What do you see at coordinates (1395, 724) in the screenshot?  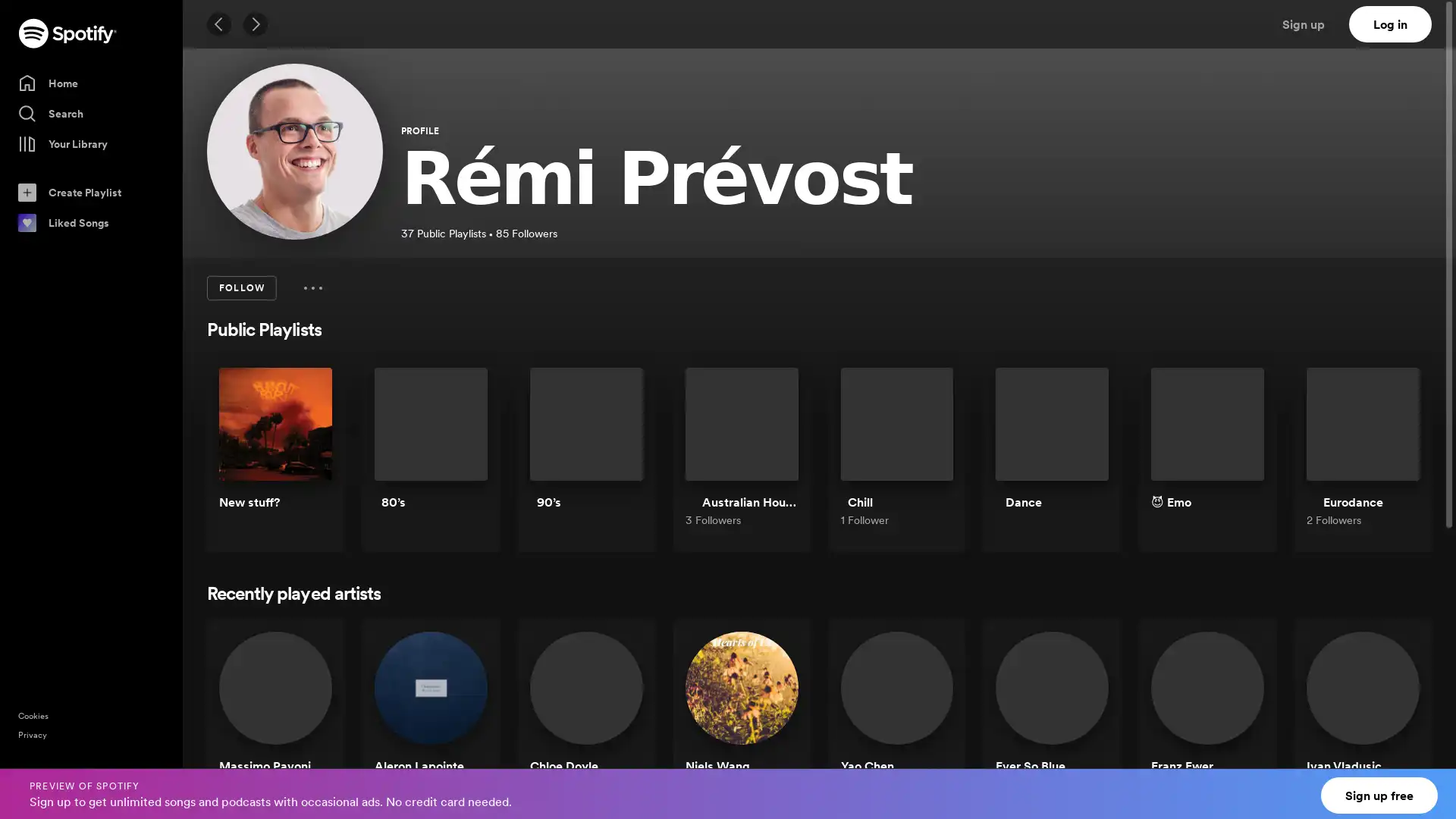 I see `Play Ivan Vladusic` at bounding box center [1395, 724].